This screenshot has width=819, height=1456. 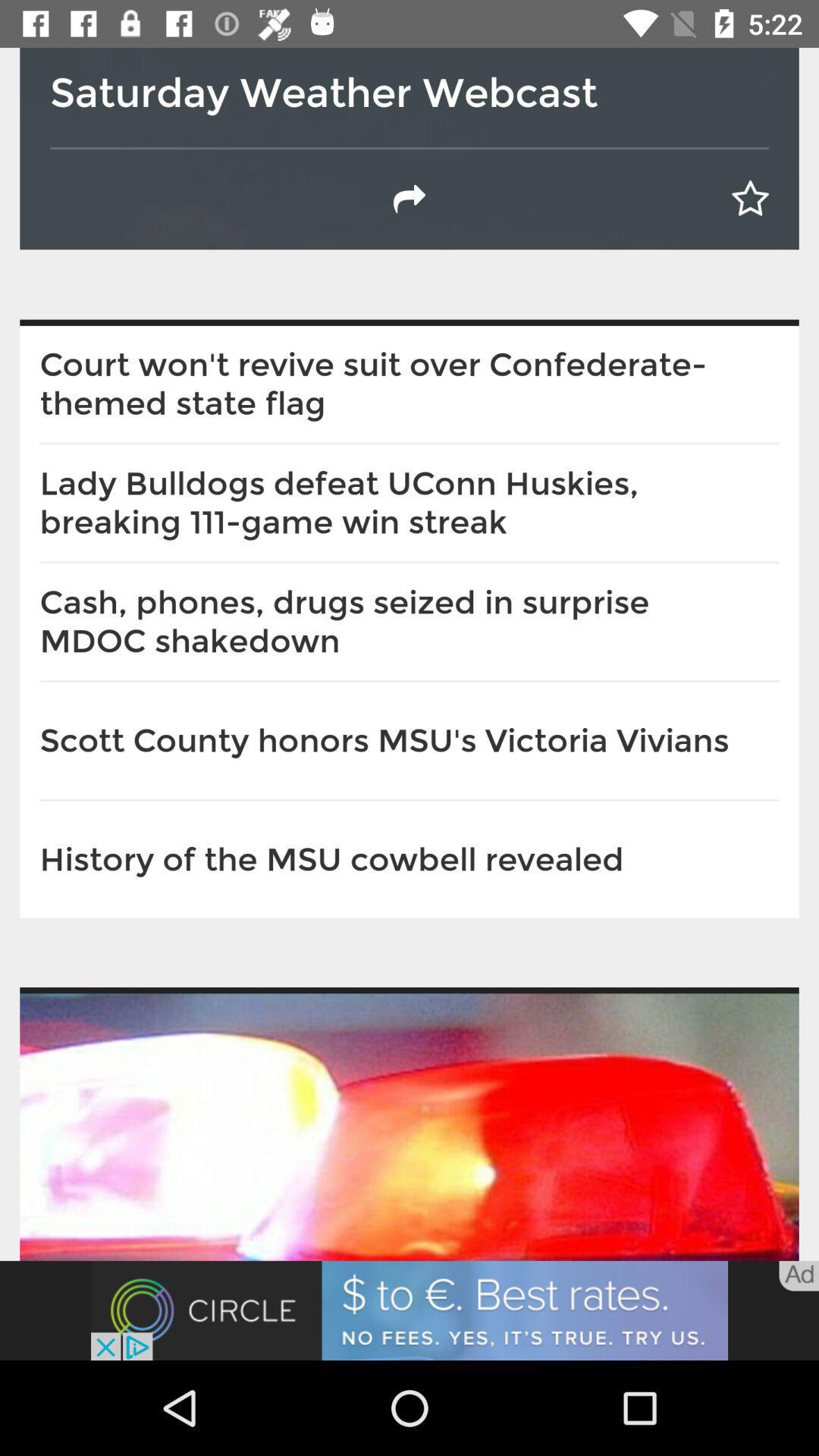 What do you see at coordinates (409, 1310) in the screenshot?
I see `click advertisement` at bounding box center [409, 1310].